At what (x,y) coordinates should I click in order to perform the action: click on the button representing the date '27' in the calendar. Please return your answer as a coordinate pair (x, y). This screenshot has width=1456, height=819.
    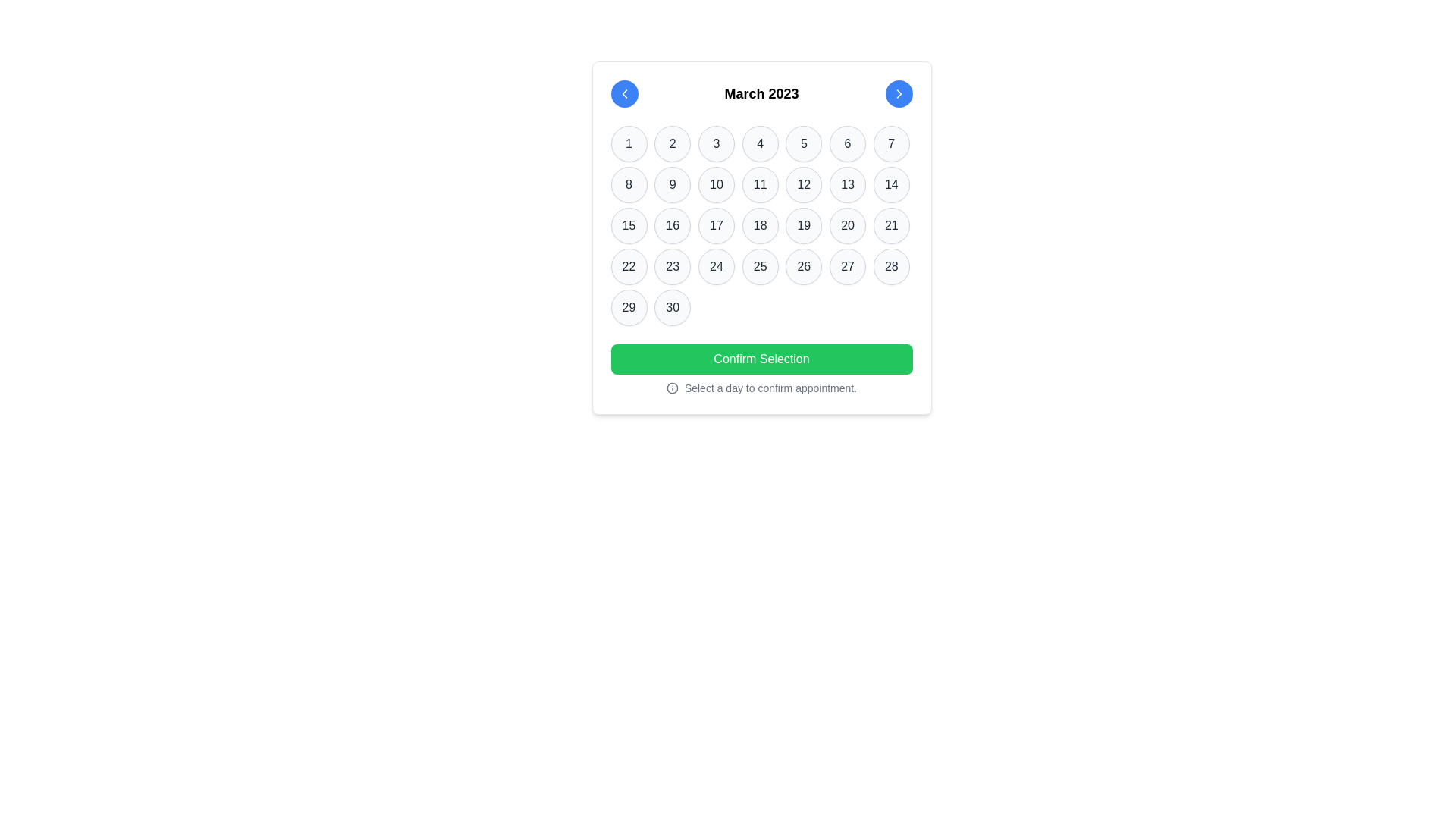
    Looking at the image, I should click on (847, 265).